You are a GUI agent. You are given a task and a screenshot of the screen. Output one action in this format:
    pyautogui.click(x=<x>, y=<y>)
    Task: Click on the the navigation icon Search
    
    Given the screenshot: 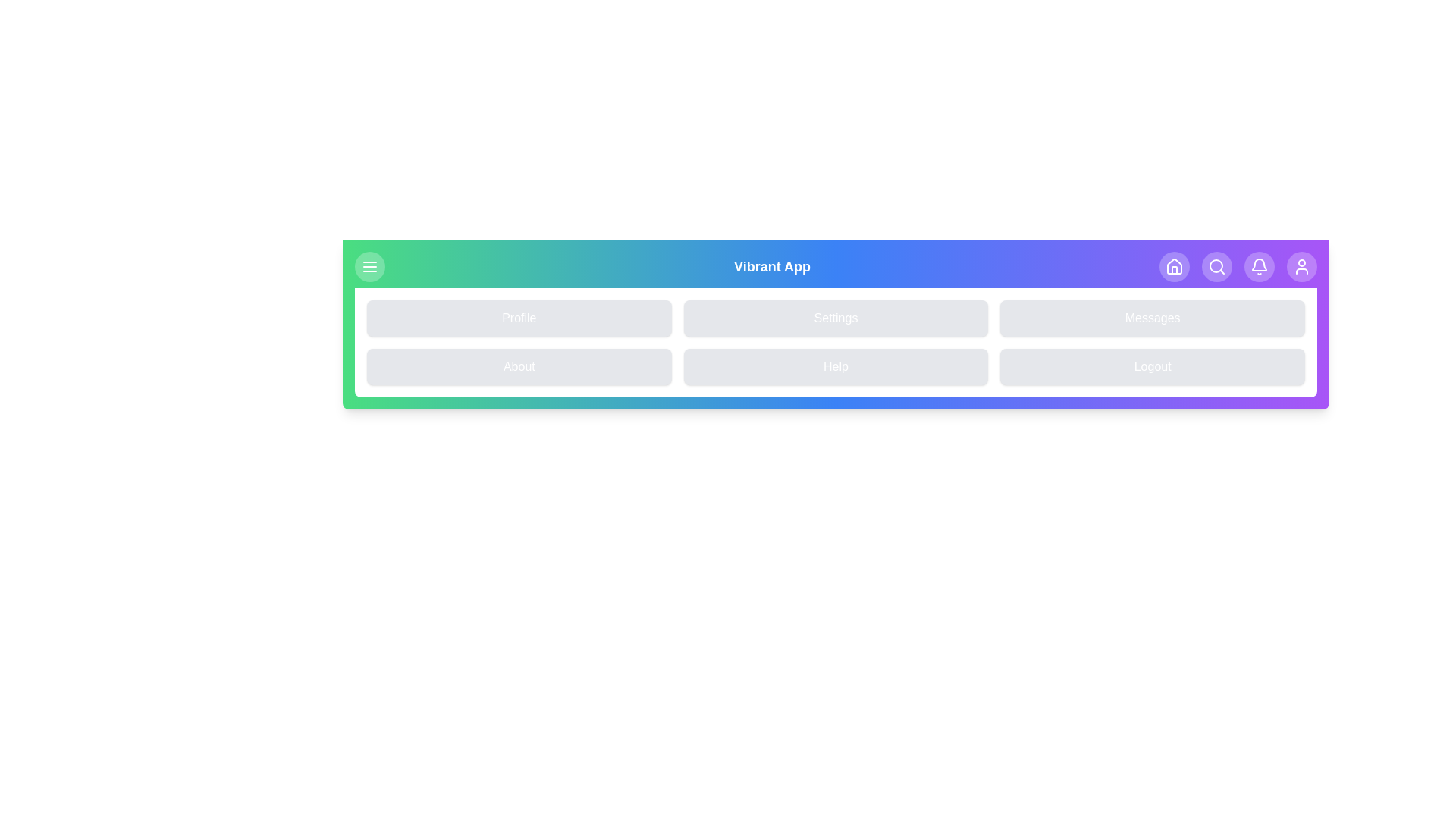 What is the action you would take?
    pyautogui.click(x=1216, y=265)
    